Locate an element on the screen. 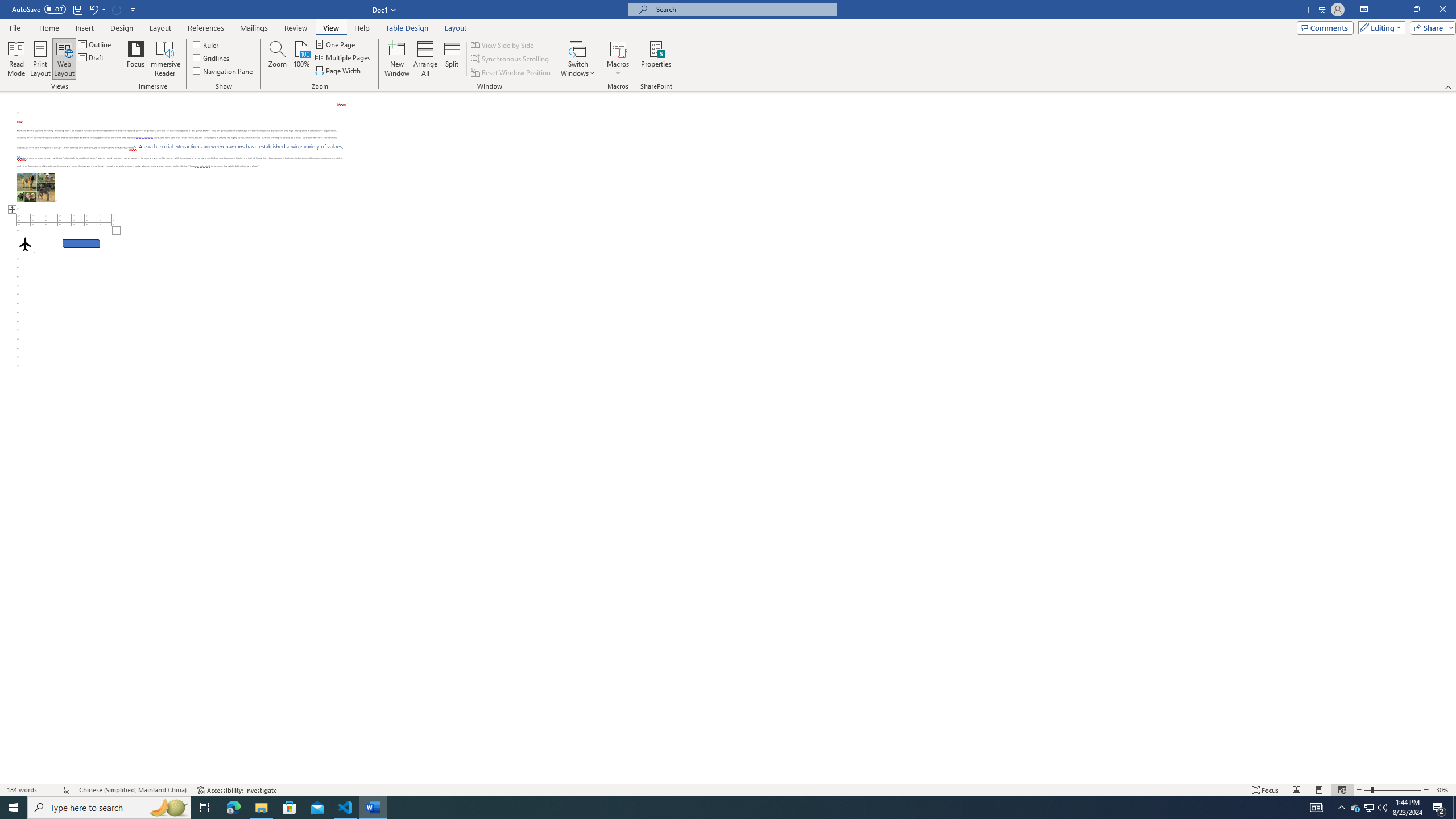 Image resolution: width=1456 pixels, height=819 pixels. 'Synchronous Scrolling' is located at coordinates (510, 59).